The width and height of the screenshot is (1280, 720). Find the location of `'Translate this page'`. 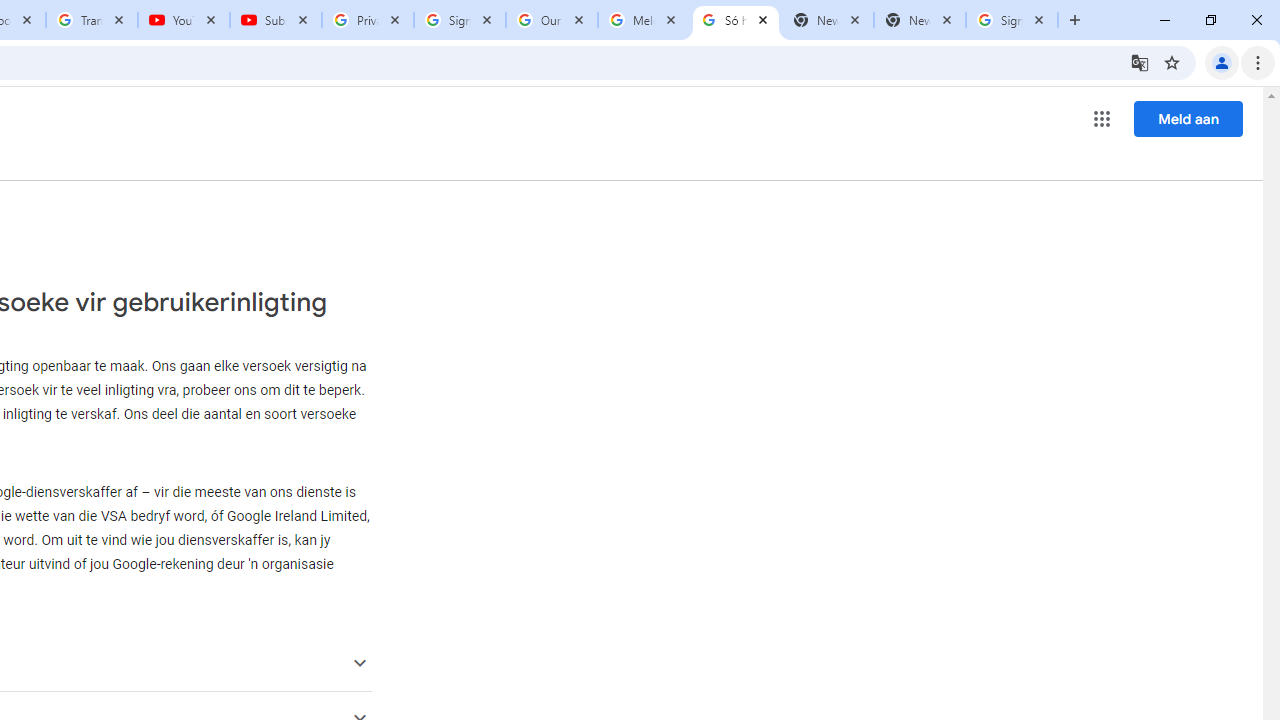

'Translate this page' is located at coordinates (1139, 61).